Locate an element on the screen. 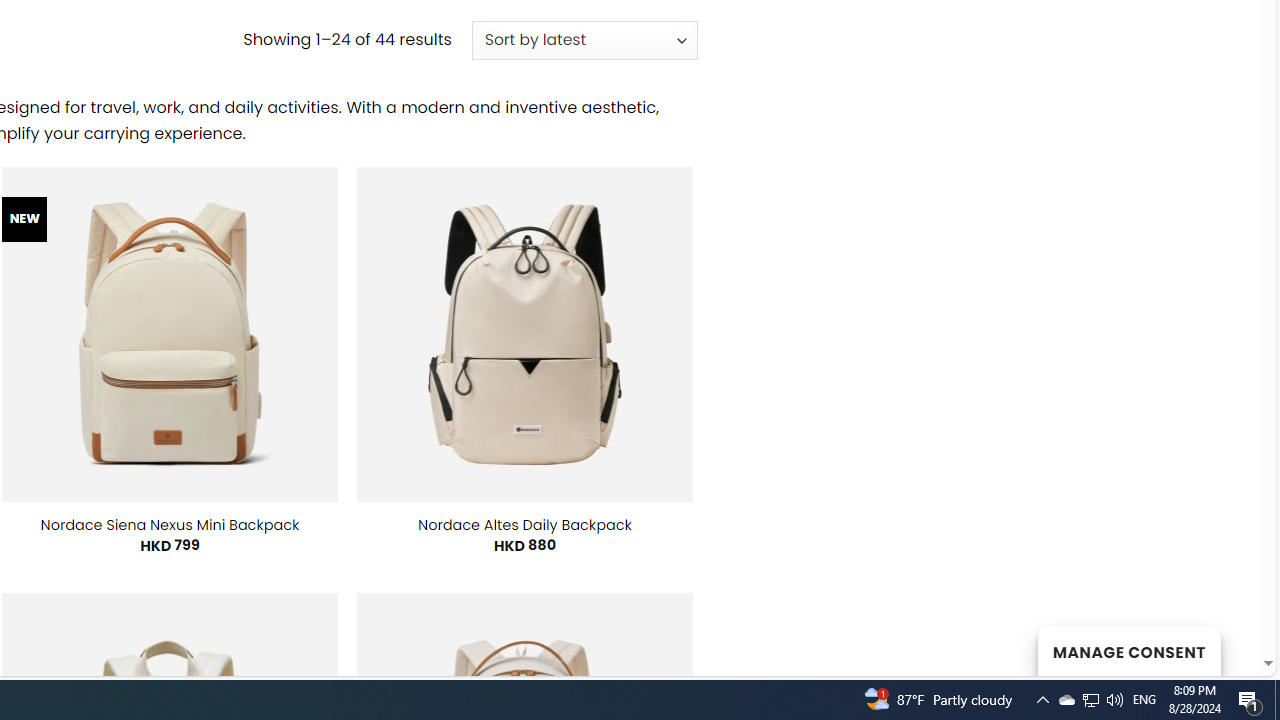 The height and width of the screenshot is (720, 1280). 'Nordace Siena Nexus Mini Backpack' is located at coordinates (169, 523).